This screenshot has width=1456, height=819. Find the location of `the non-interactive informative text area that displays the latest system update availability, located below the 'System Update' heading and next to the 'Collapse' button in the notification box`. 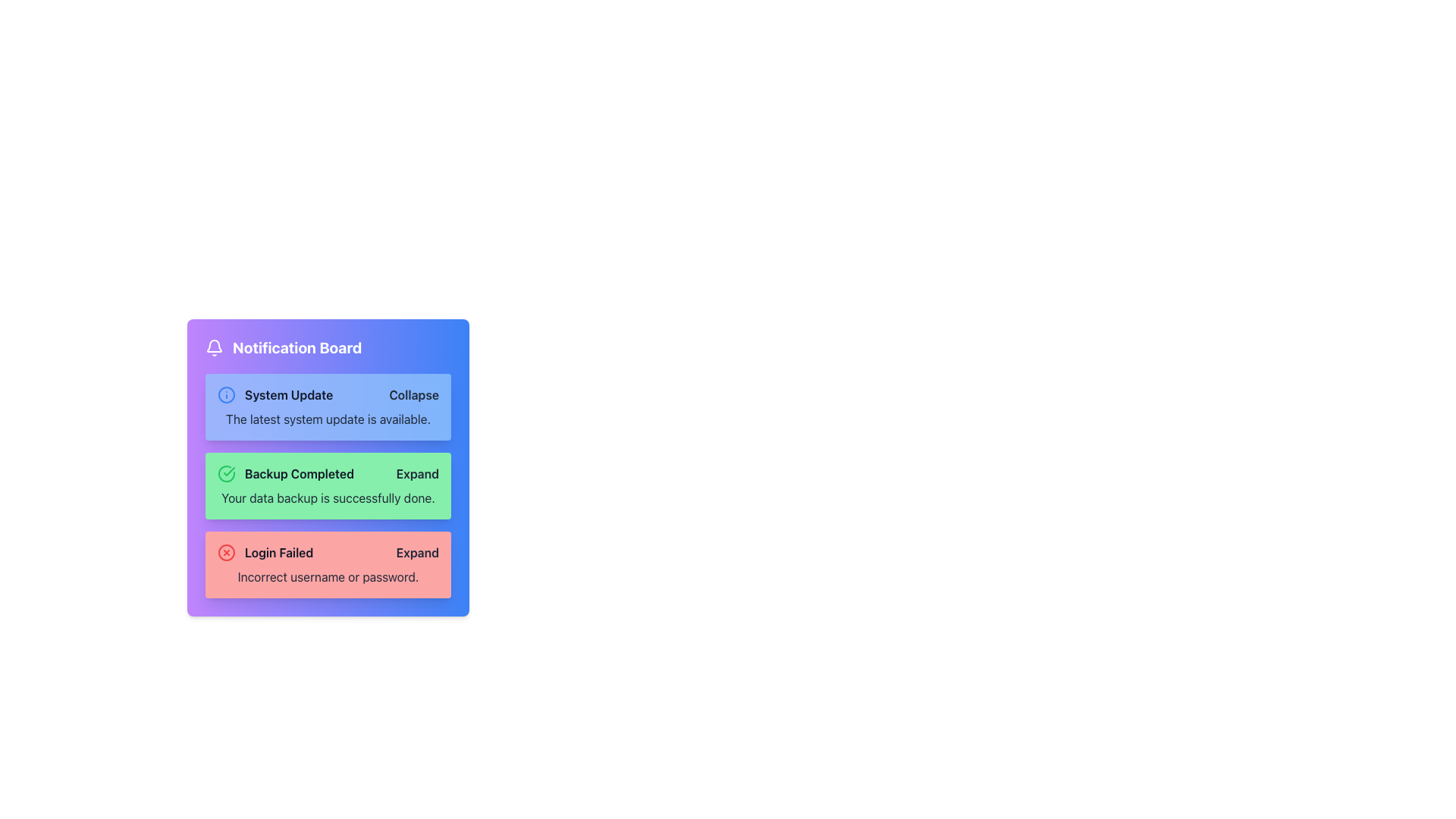

the non-interactive informative text area that displays the latest system update availability, located below the 'System Update' heading and next to the 'Collapse' button in the notification box is located at coordinates (327, 419).